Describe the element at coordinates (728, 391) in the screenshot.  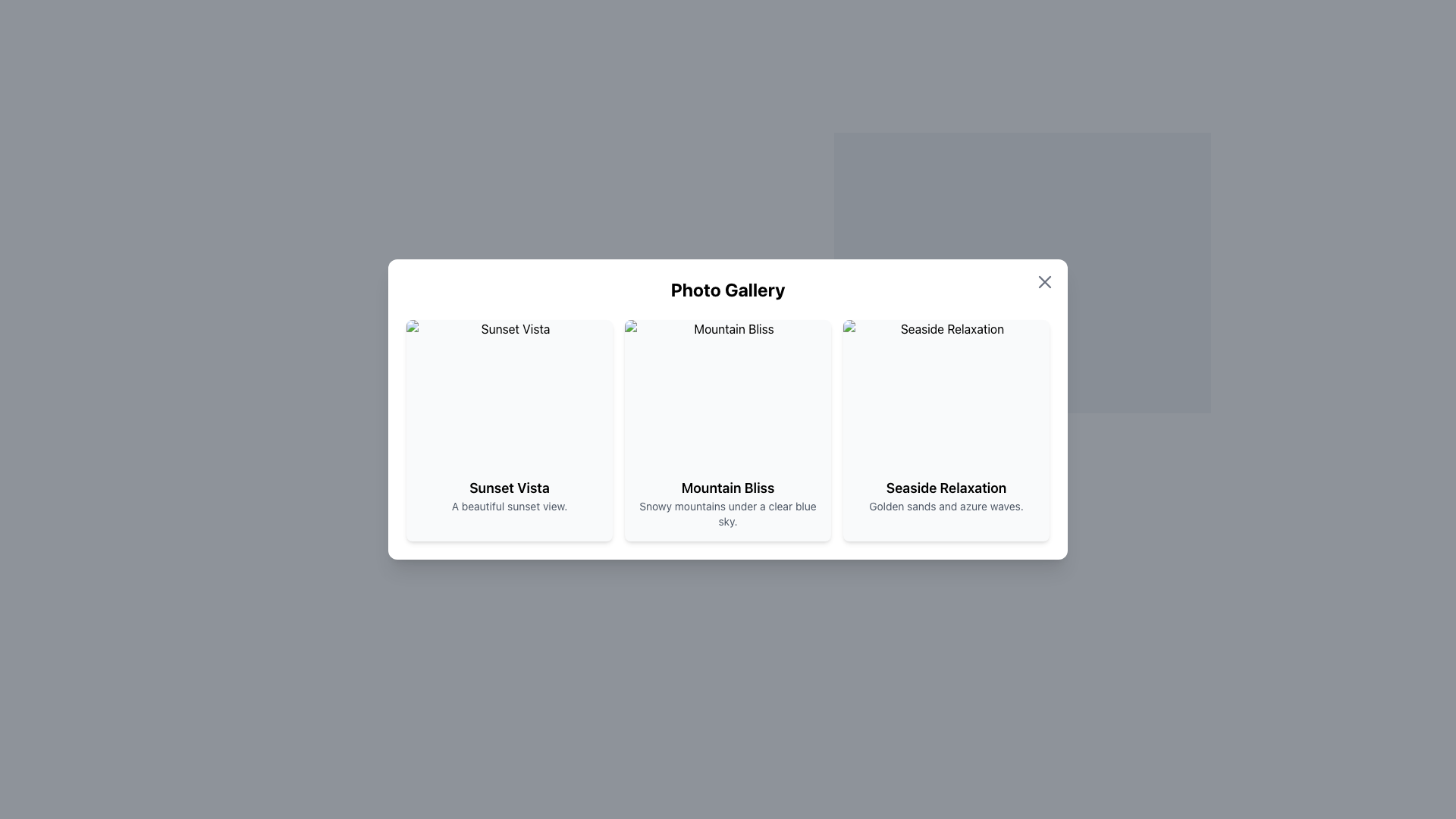
I see `the 'Mountain Bliss' image` at that location.